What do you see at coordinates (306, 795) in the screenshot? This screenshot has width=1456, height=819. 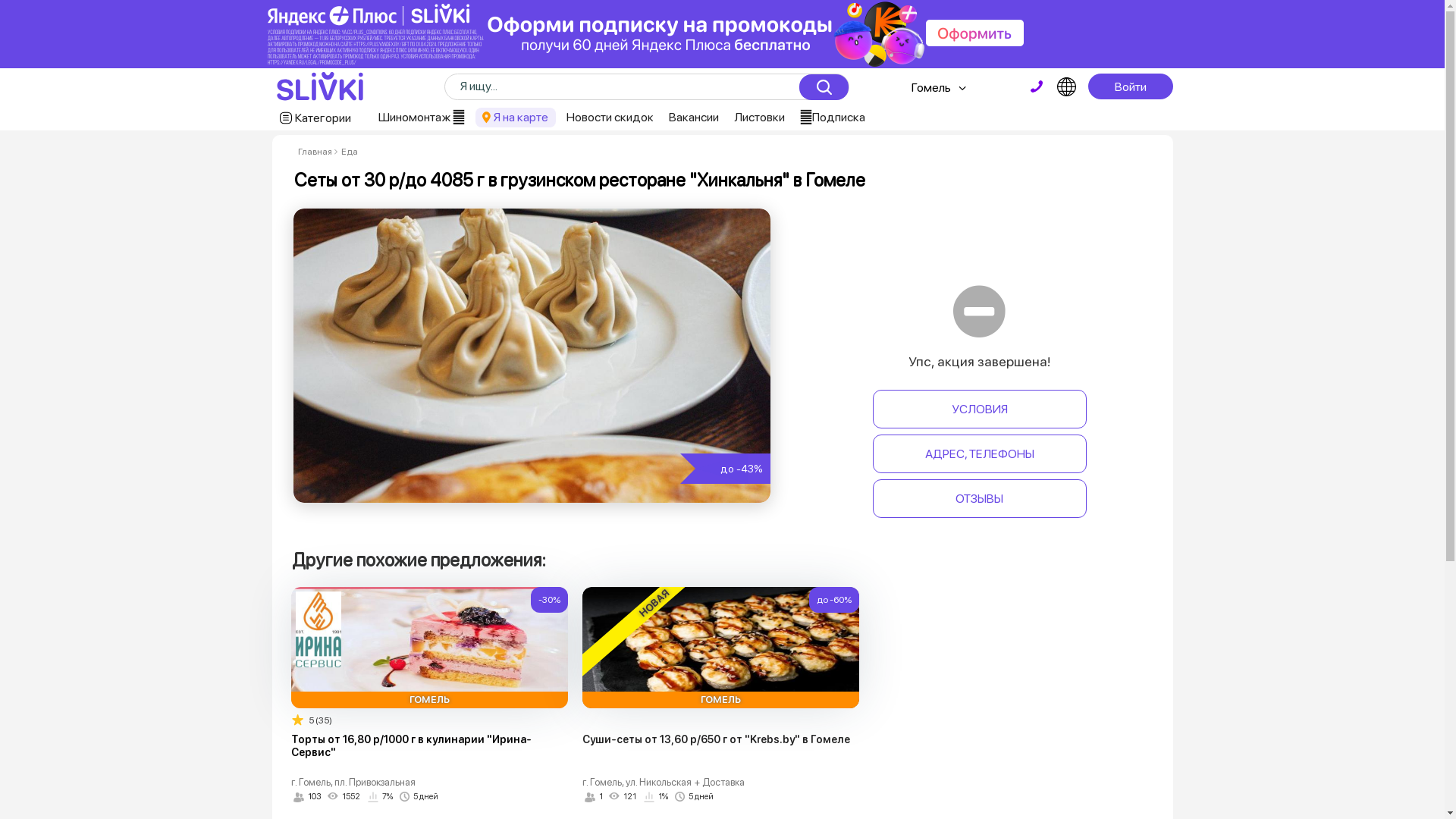 I see `'103'` at bounding box center [306, 795].